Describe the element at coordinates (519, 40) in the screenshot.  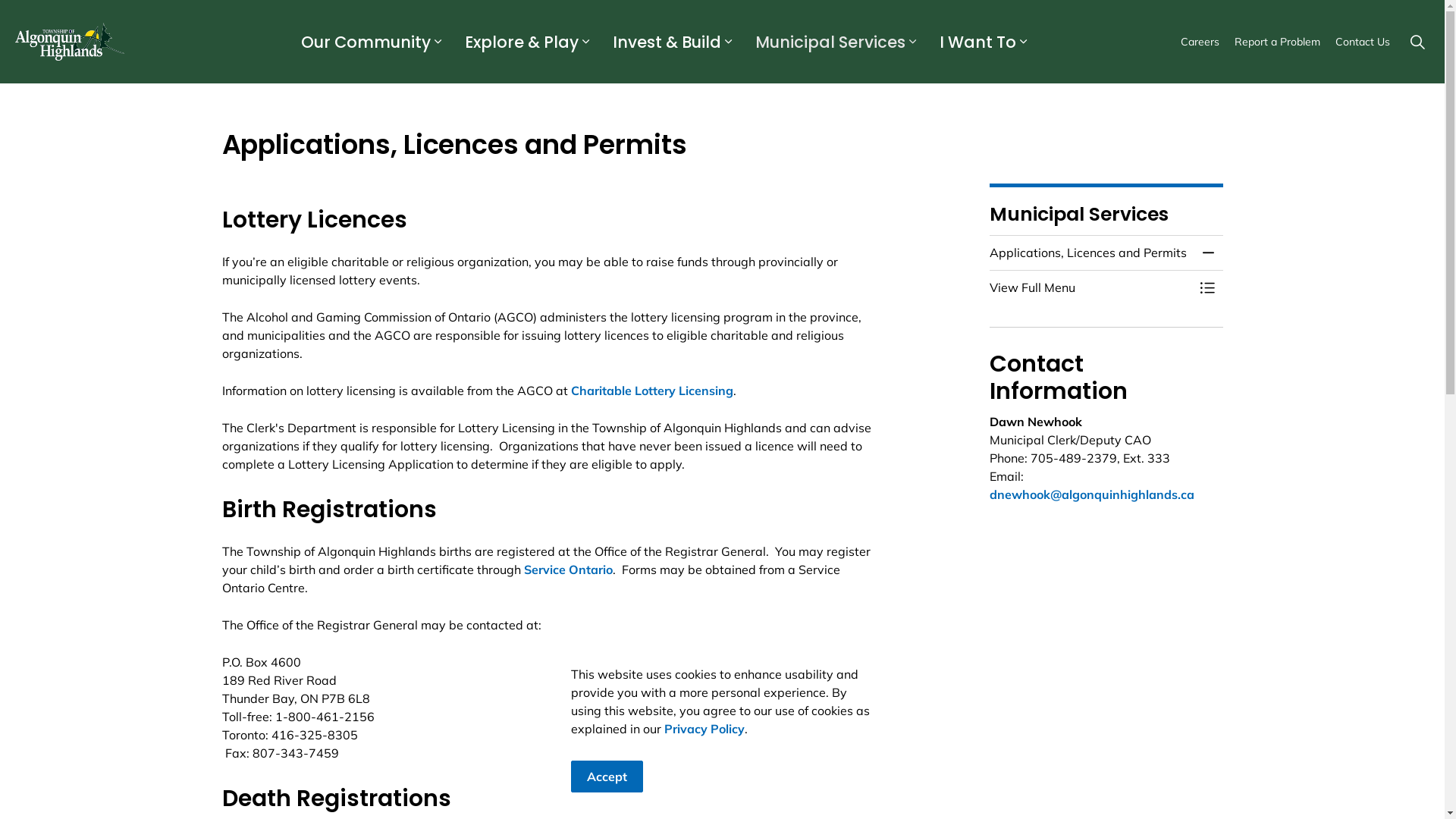
I see `'Explore & Play'` at that location.